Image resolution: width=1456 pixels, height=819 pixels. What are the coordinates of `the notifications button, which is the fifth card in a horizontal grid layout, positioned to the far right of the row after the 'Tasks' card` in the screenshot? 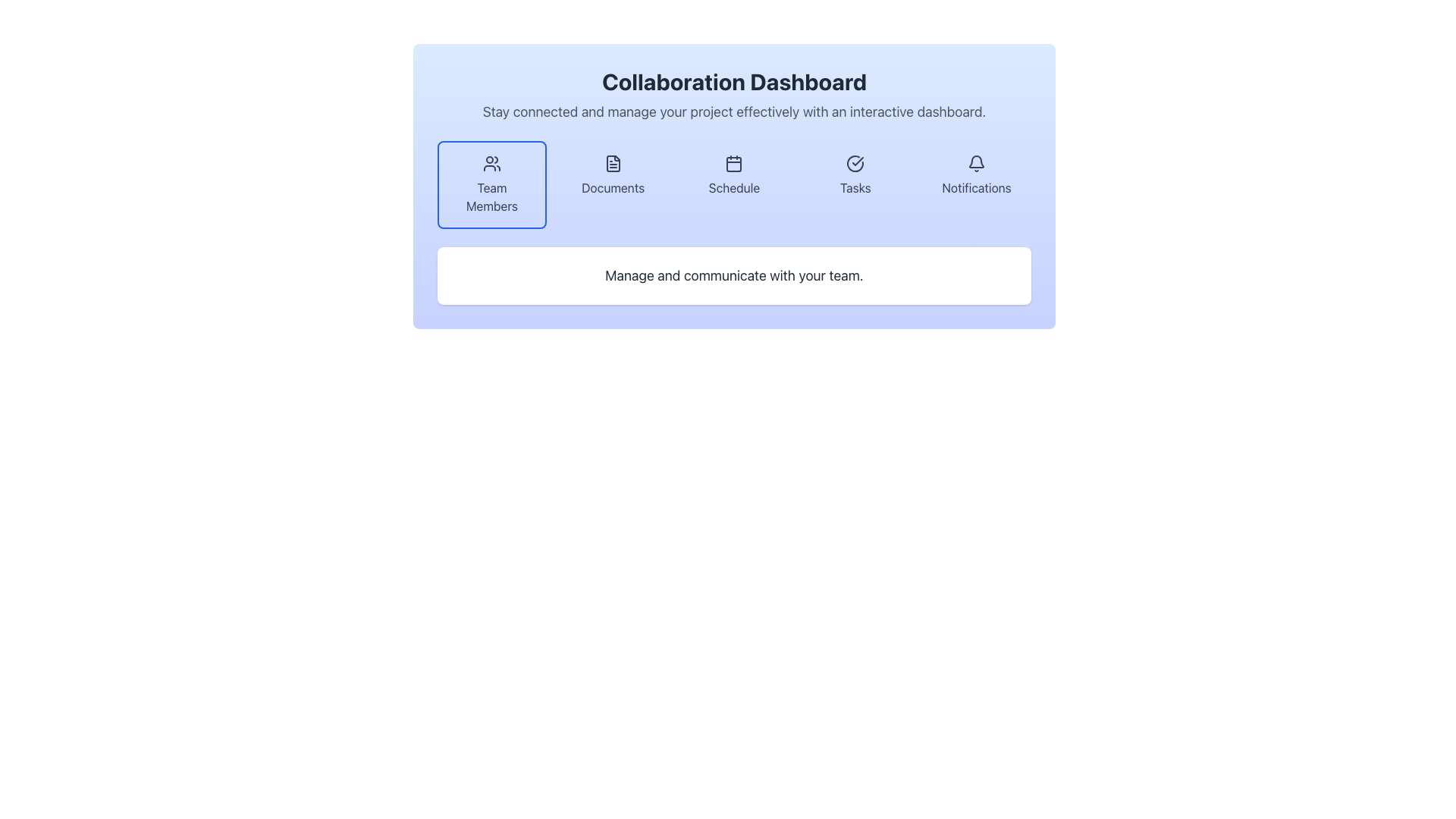 It's located at (977, 184).